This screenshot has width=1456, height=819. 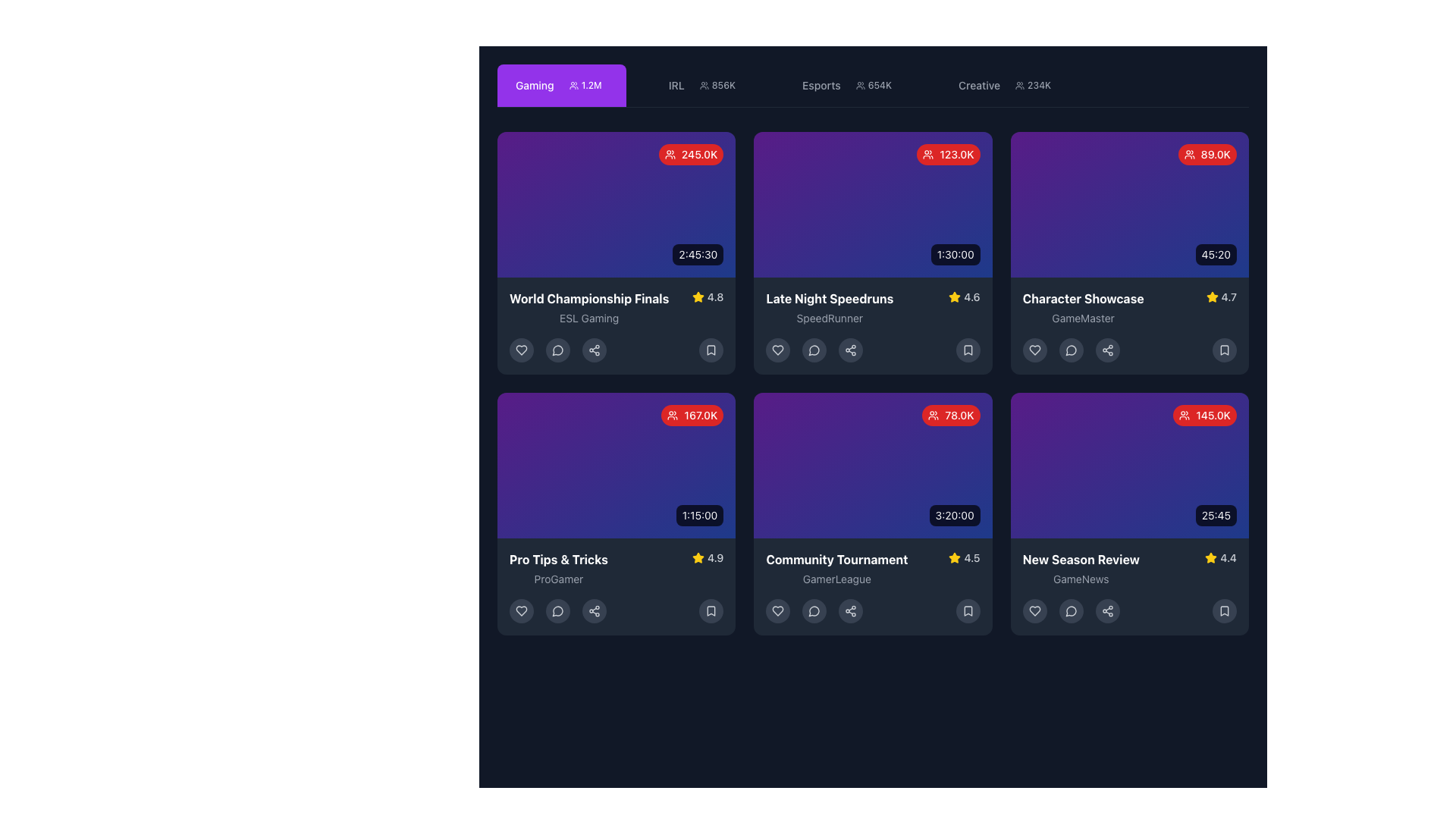 I want to click on the third interactive button in the bottom row of icons within the 'Character Showcase' card, so click(x=1070, y=350).